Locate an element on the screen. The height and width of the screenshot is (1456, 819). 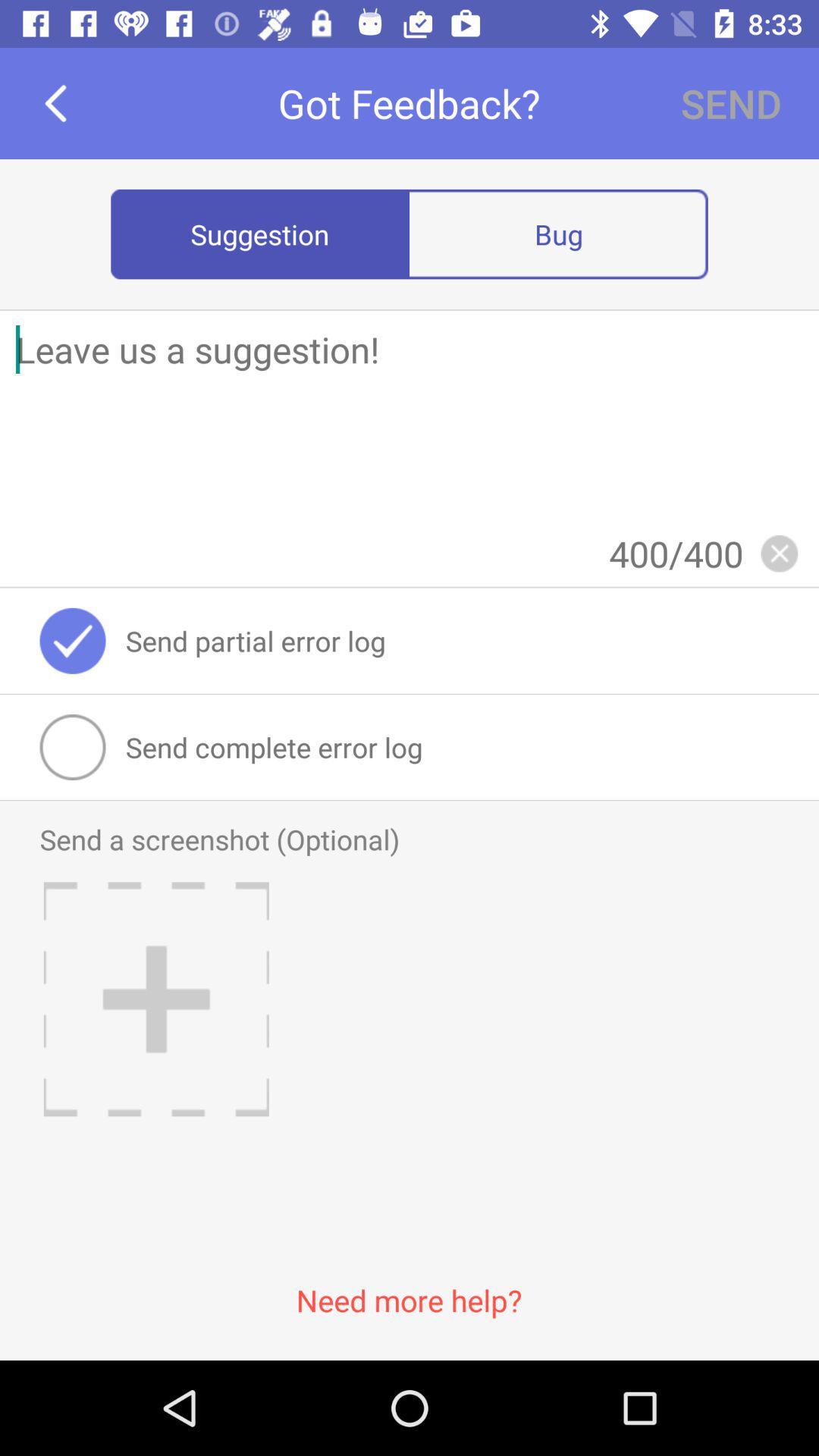
bug radio button is located at coordinates (558, 233).